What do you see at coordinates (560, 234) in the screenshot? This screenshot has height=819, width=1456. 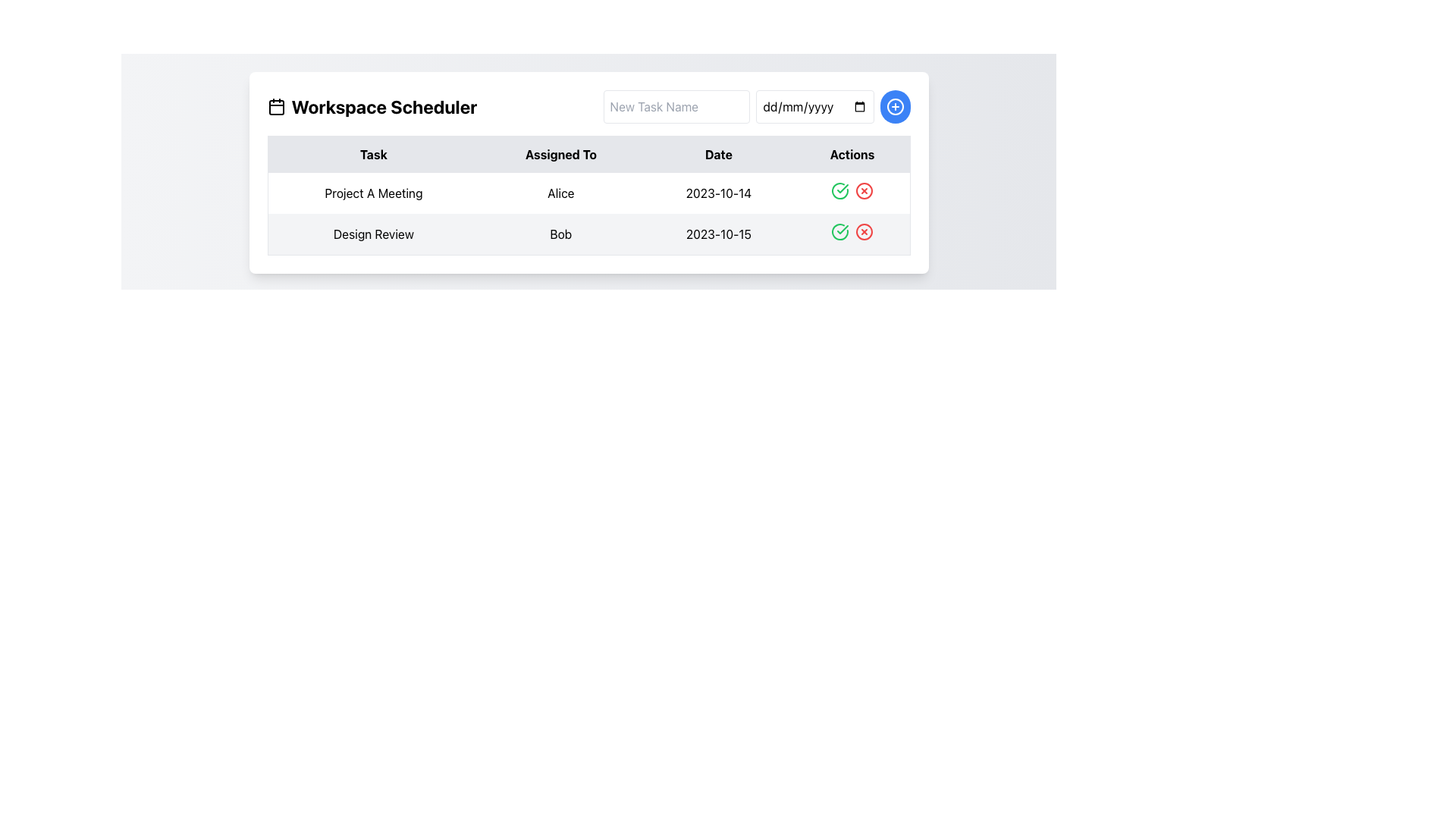 I see `the text element displaying the name 'Bob' in the second row under the 'Assigned To' column of the 'Workspace Scheduler' table` at bounding box center [560, 234].